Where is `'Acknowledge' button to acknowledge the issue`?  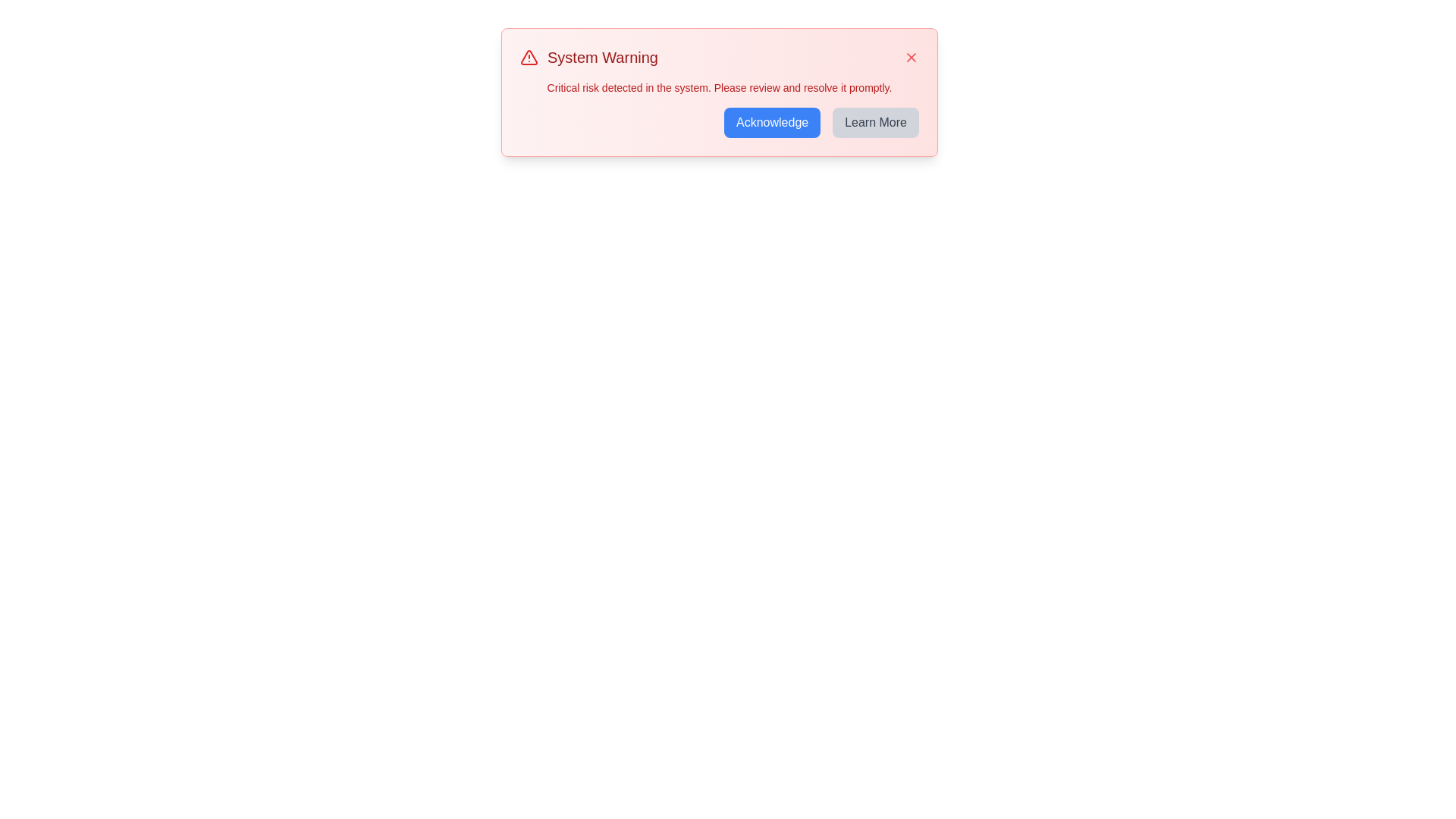 'Acknowledge' button to acknowledge the issue is located at coordinates (771, 122).